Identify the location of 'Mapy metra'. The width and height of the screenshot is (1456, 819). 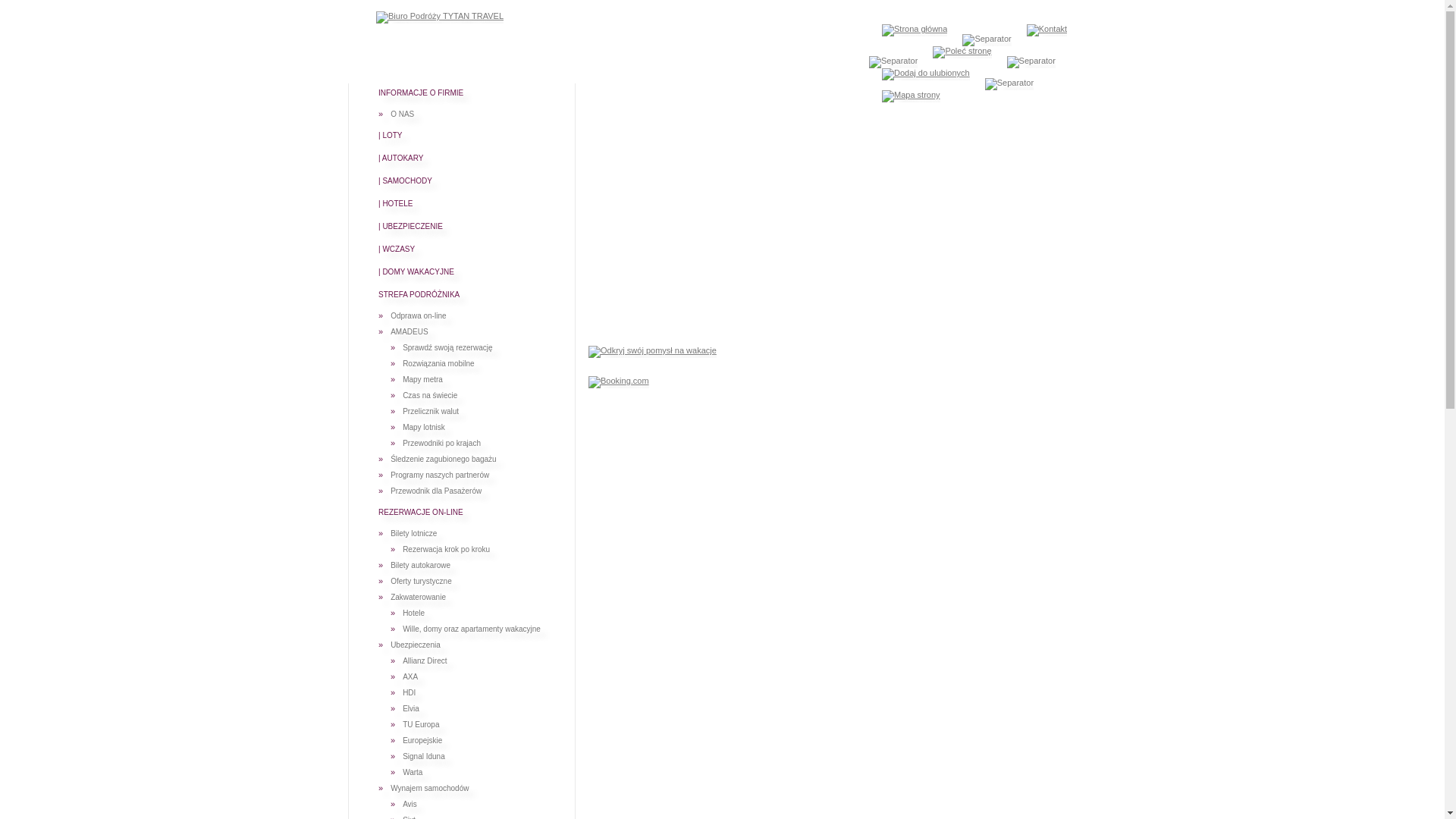
(422, 379).